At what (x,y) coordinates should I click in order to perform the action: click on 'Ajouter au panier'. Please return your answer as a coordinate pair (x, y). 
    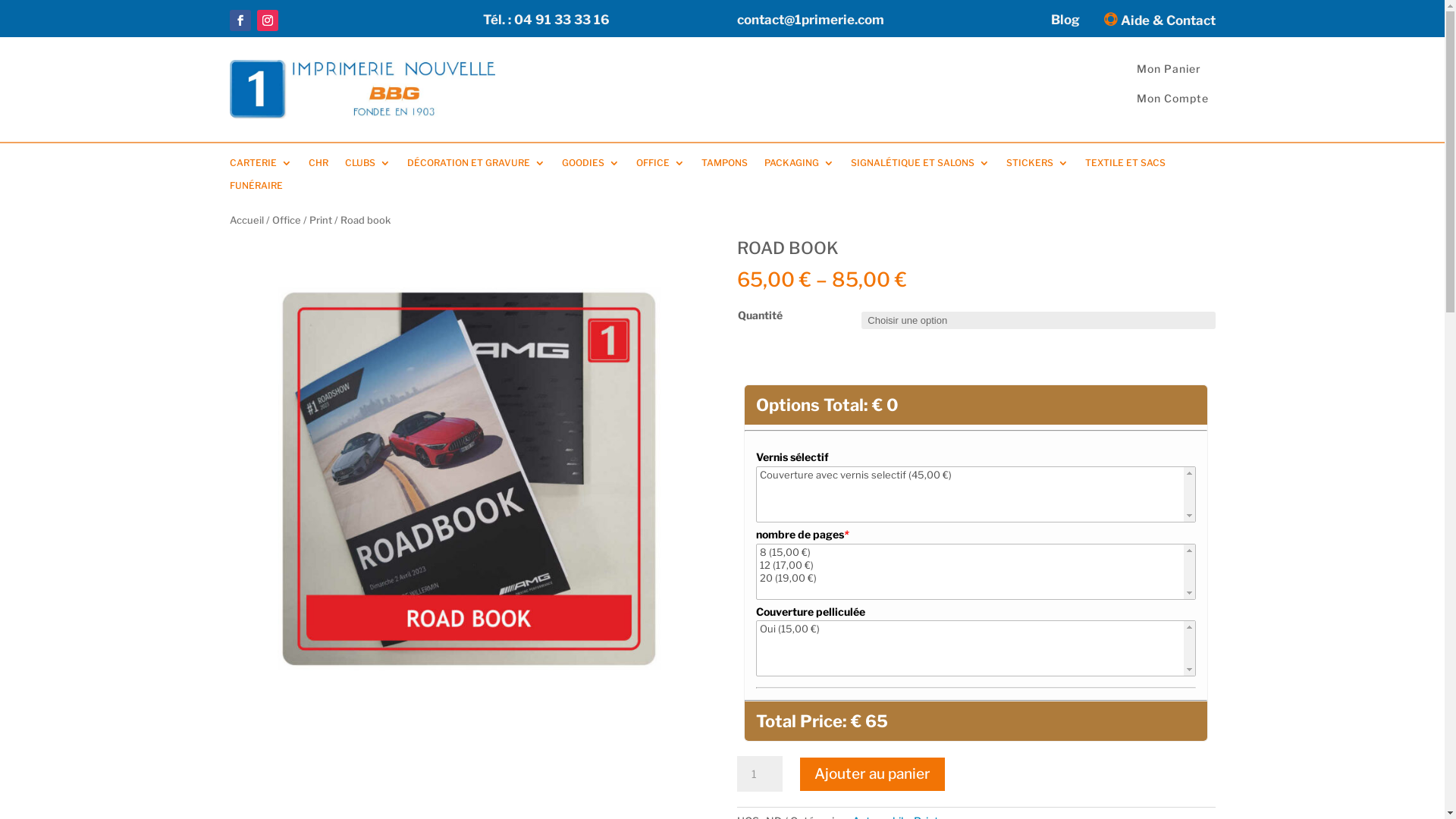
    Looking at the image, I should click on (872, 774).